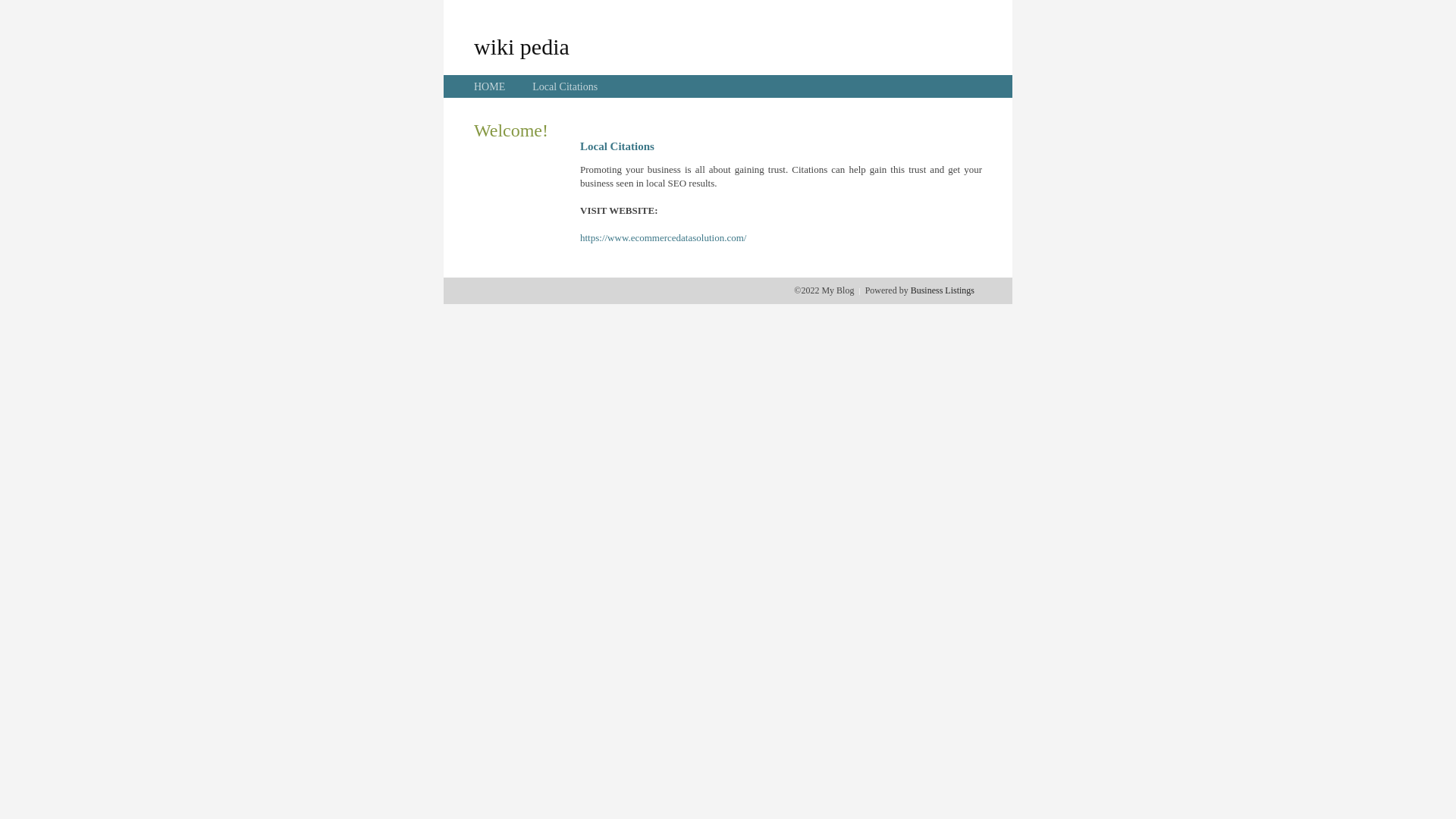  What do you see at coordinates (489, 86) in the screenshot?
I see `'HOME'` at bounding box center [489, 86].